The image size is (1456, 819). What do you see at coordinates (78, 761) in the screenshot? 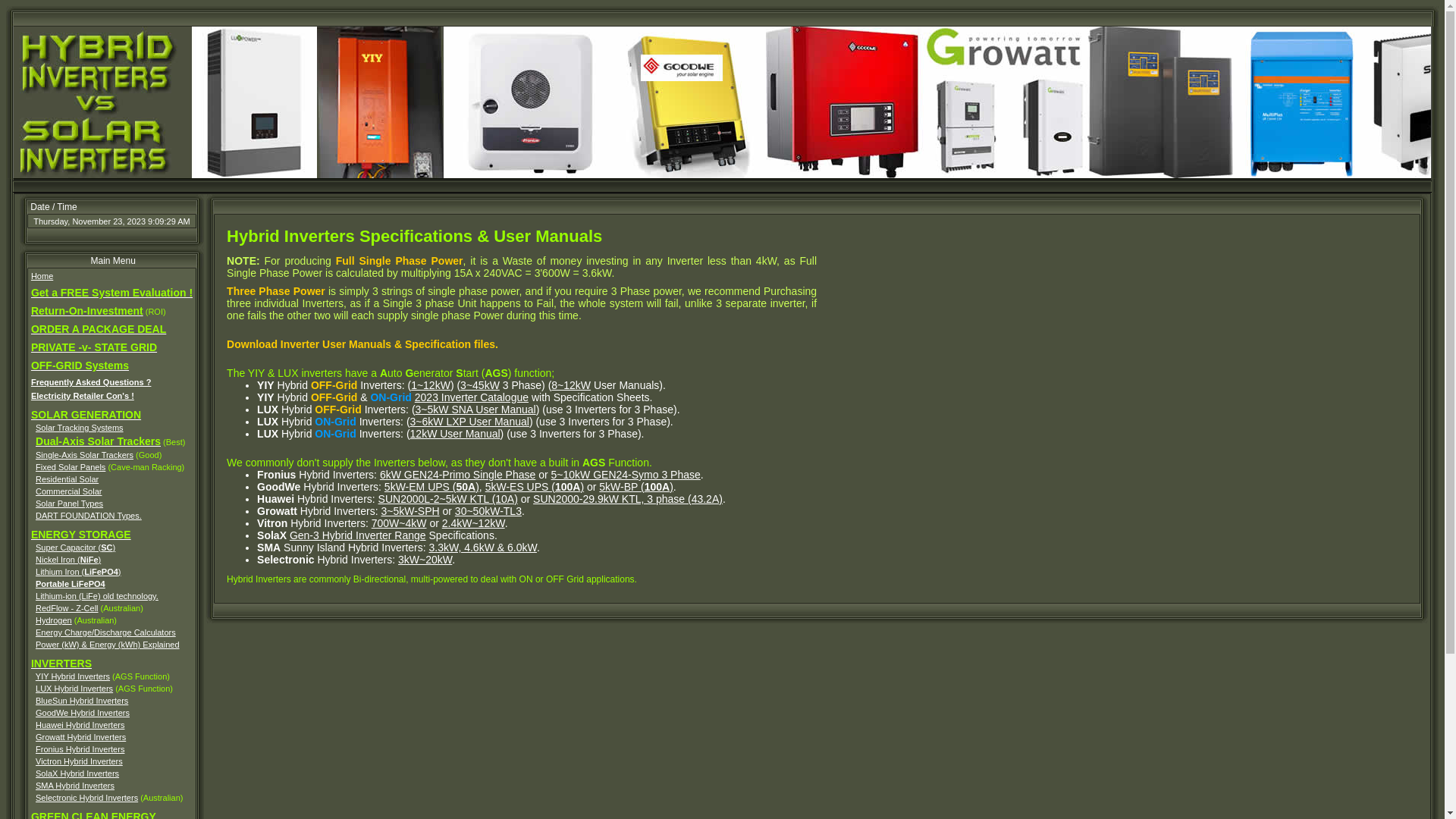
I see `'Victron Hybrid Inverters'` at bounding box center [78, 761].